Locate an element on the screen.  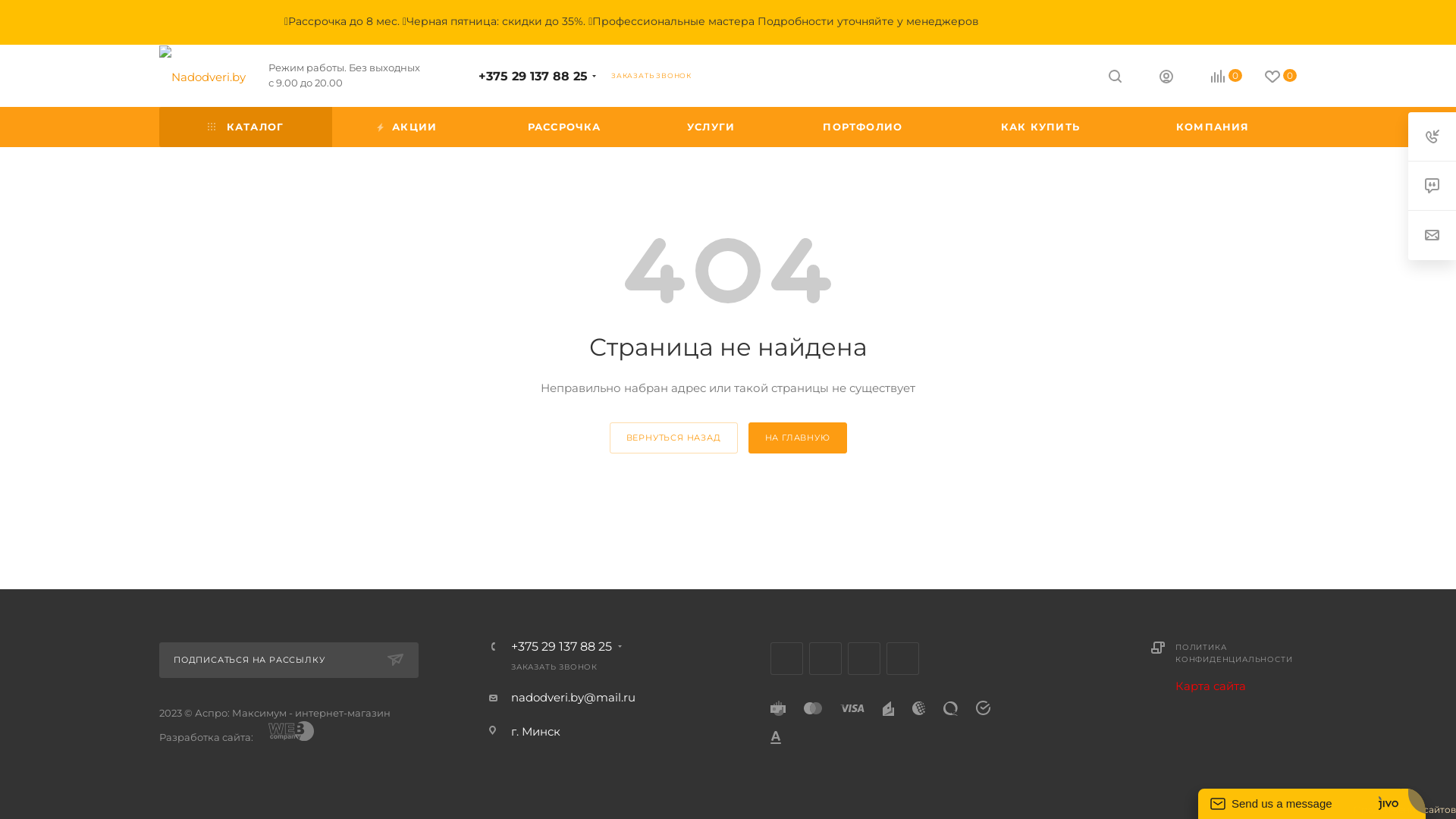
'Qiwi' is located at coordinates (949, 708).